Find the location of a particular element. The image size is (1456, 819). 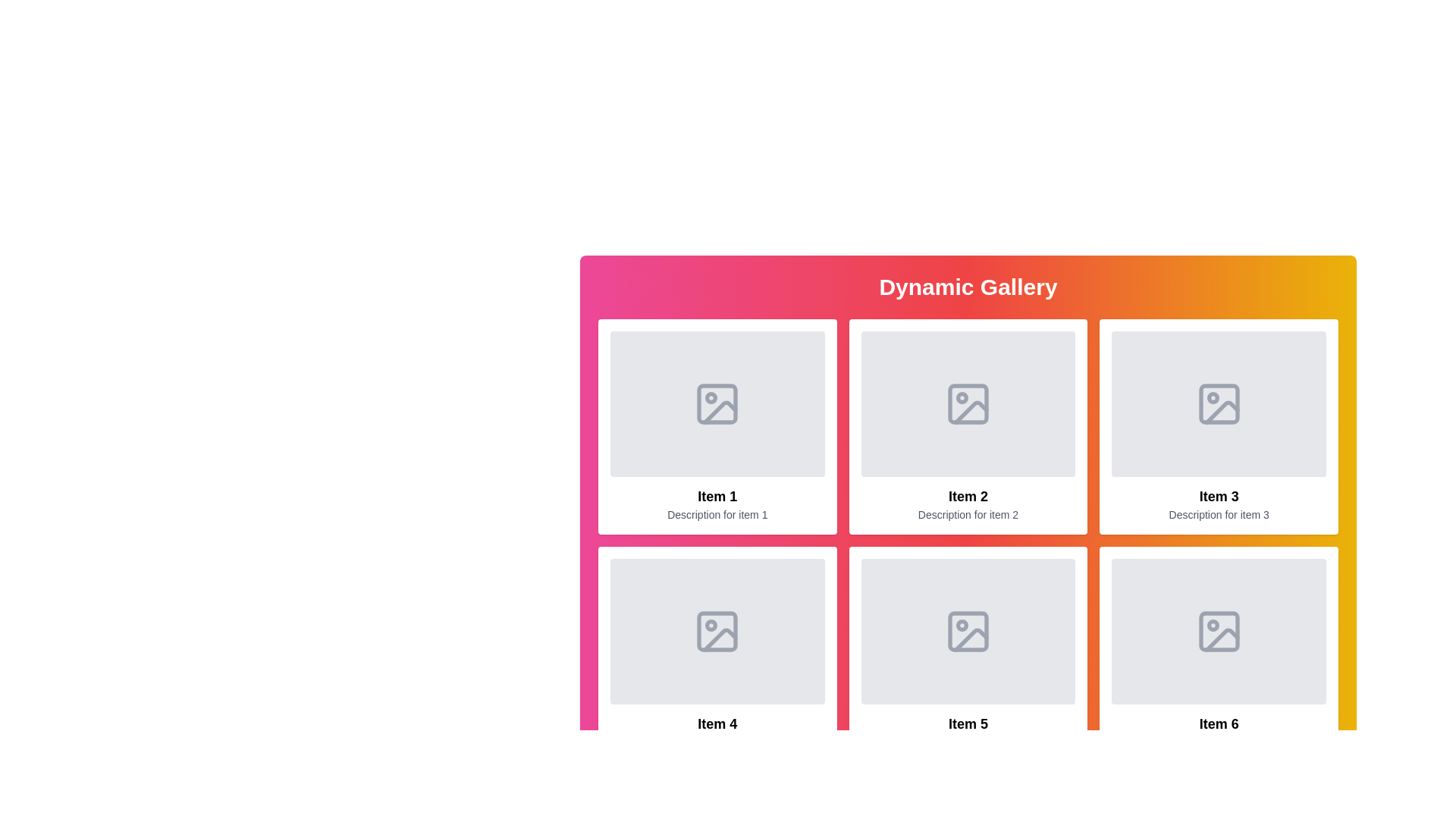

the SVG icon resembling an image symbol, which is styled in light gray and located within the box labeled 'Item 5' in the 2x3 grid under the title 'Dynamic Gallery' is located at coordinates (967, 632).